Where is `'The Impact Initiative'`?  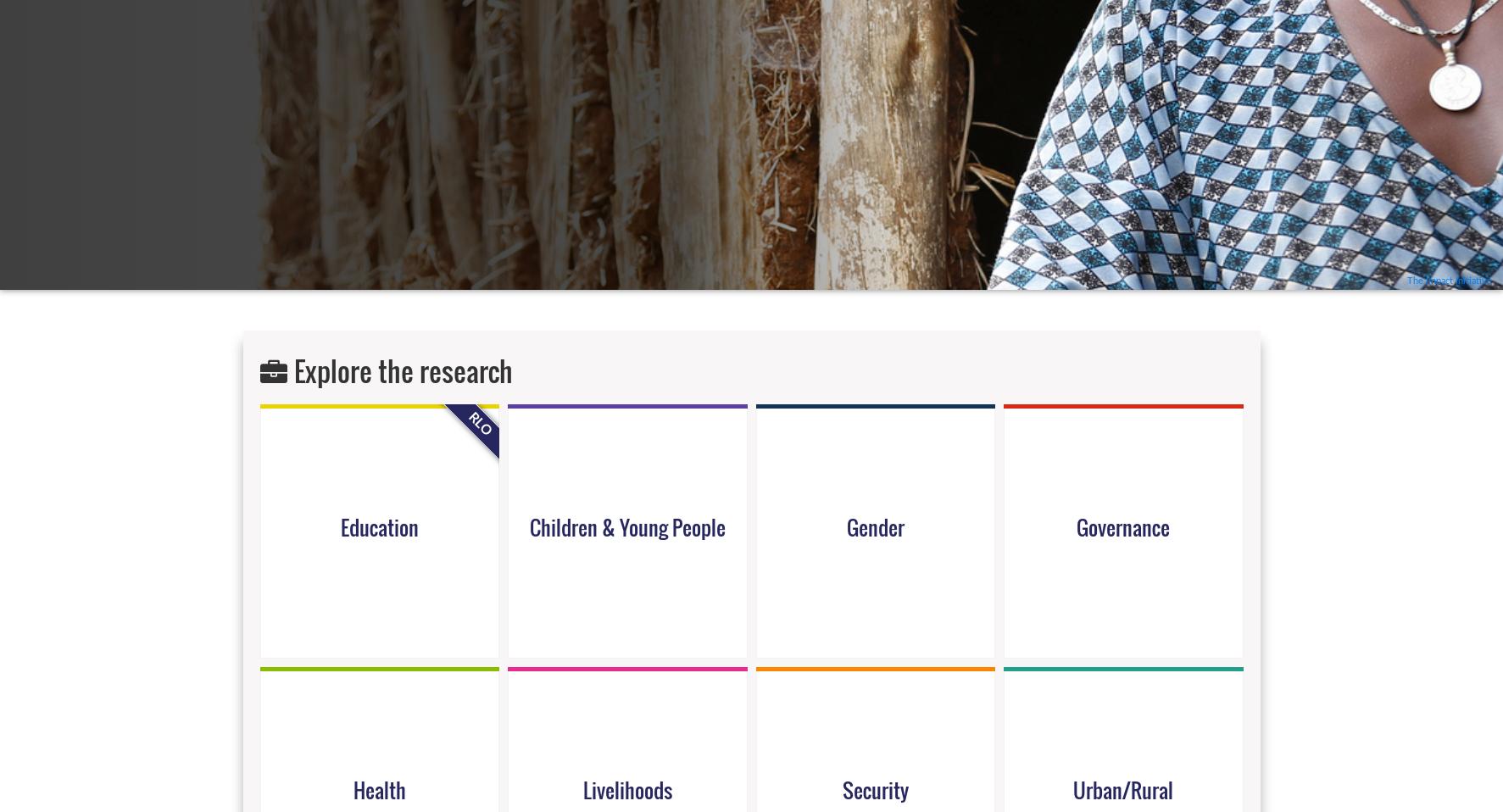
'The Impact Initiative' is located at coordinates (1450, 280).